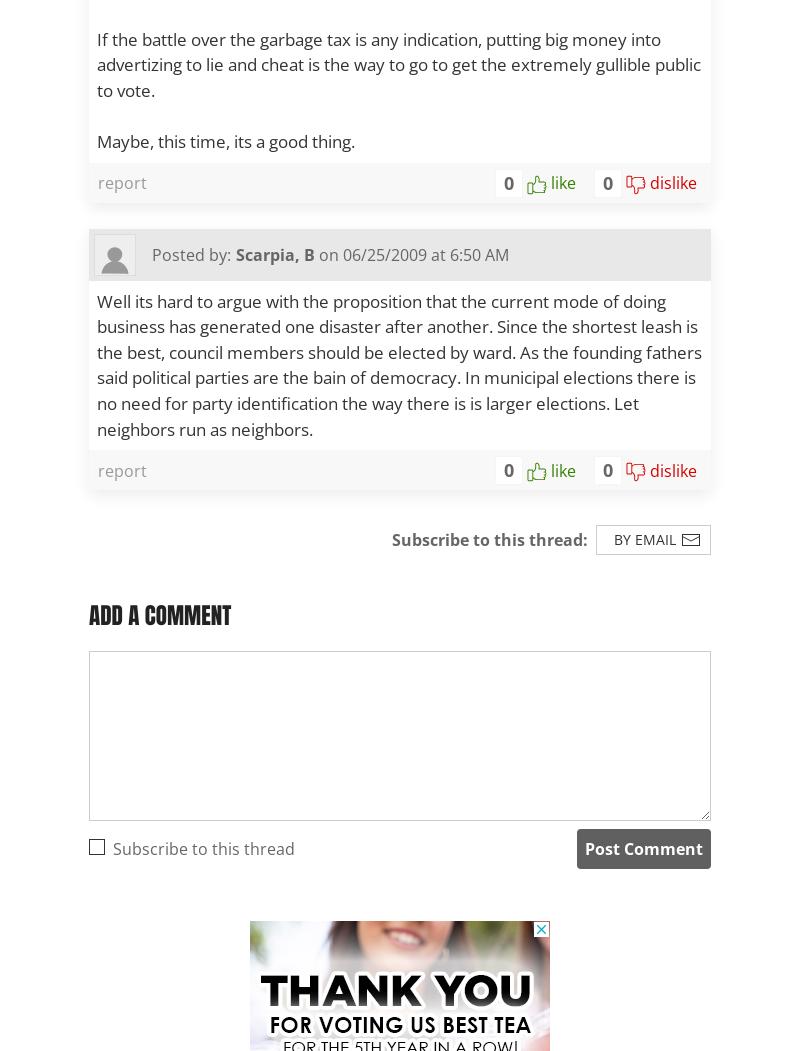  Describe the element at coordinates (398, 364) in the screenshot. I see `'Well its hard to argue with the proposition that the current mode of doing business has generated one disaster after another.  Since the shortest leash is the best, council members should be elected by ward.  As the founding fathers said political parties are the bain of democracy.  In municipal elections there is no need for party identification the way there is is larger elections. Let neighbors run as neighbors.'` at that location.